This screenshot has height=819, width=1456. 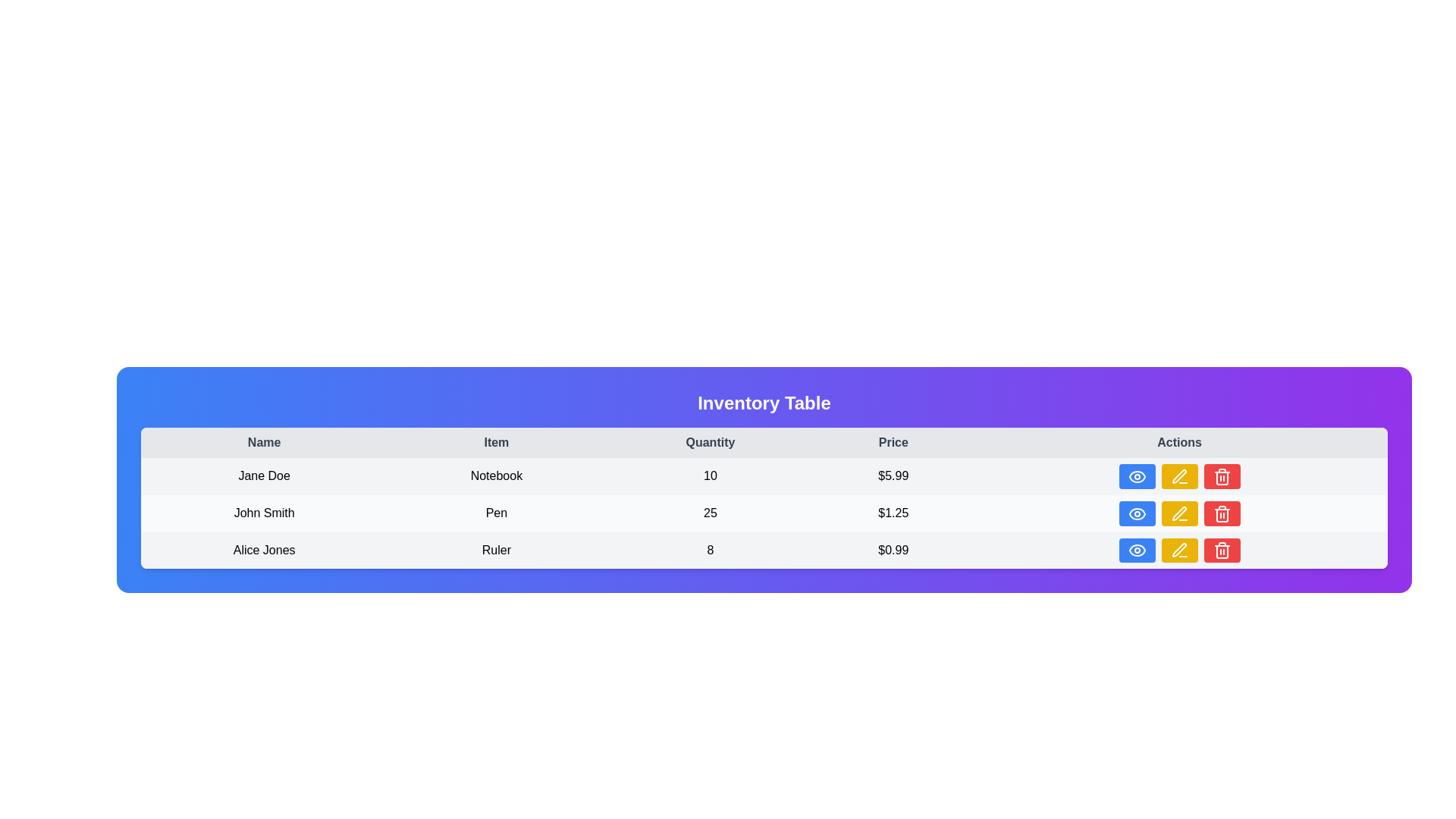 What do you see at coordinates (1178, 550) in the screenshot?
I see `the edit button` at bounding box center [1178, 550].